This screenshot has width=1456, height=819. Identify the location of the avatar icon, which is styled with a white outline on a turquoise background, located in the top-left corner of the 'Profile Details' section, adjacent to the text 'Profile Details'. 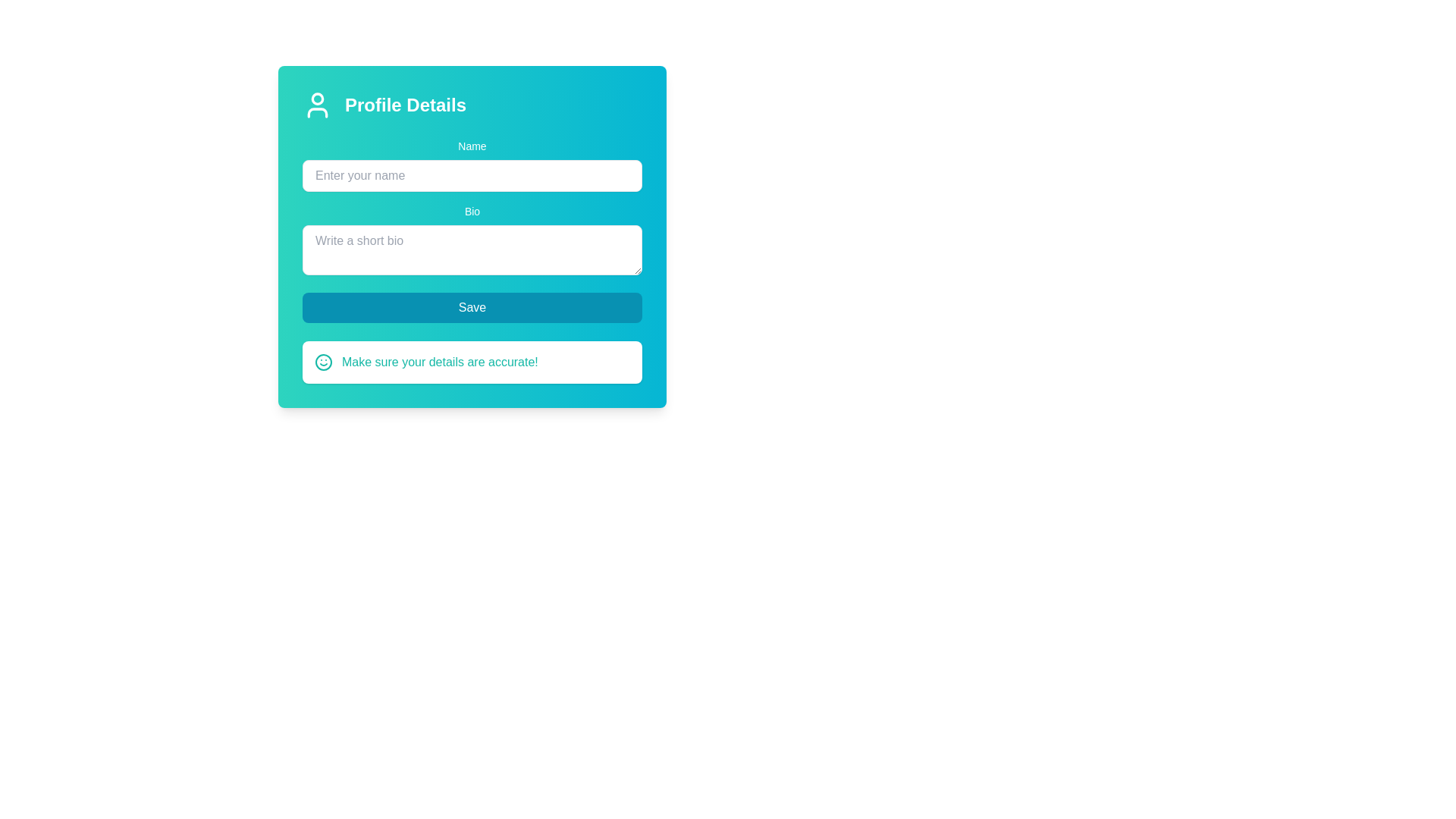
(316, 104).